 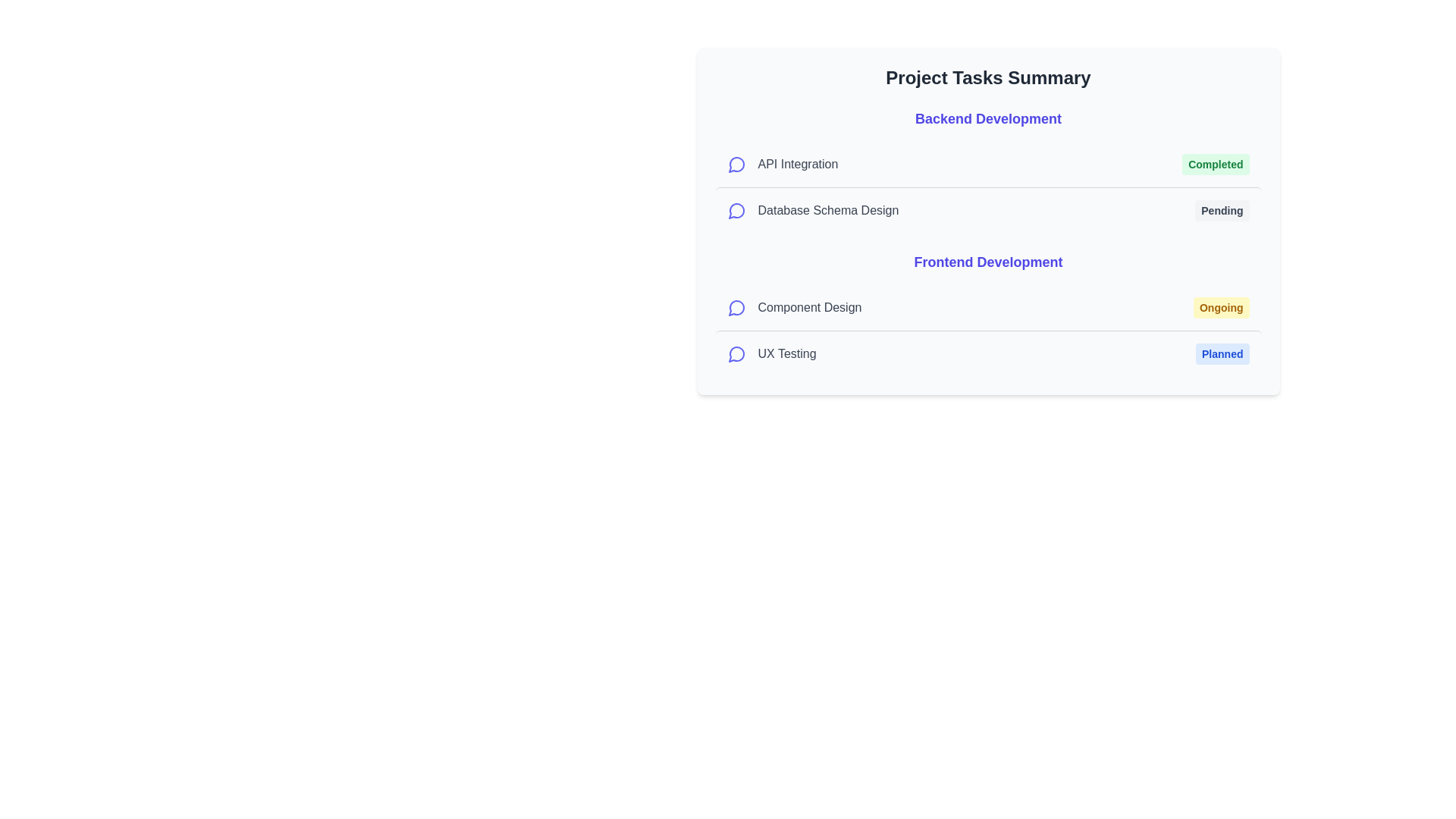 What do you see at coordinates (988, 307) in the screenshot?
I see `the first list item labeled 'Component Design' with the status badge 'Ongoing'` at bounding box center [988, 307].